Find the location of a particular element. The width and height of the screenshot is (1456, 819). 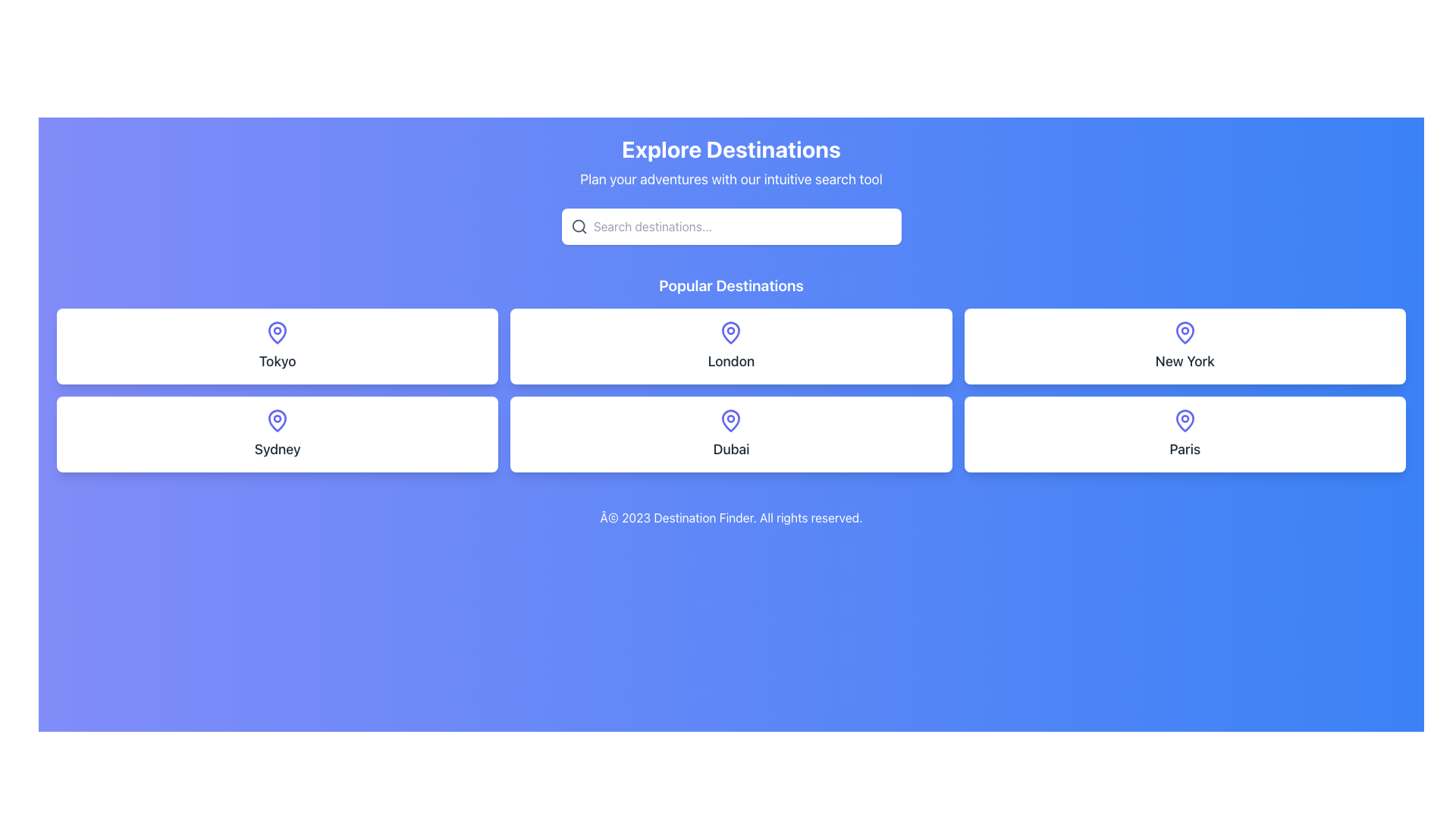

the decorative location pin icon at the top center of the 'Paris' card, which is the last in the bottom row of the grid under 'Popular Destinations' is located at coordinates (1184, 421).